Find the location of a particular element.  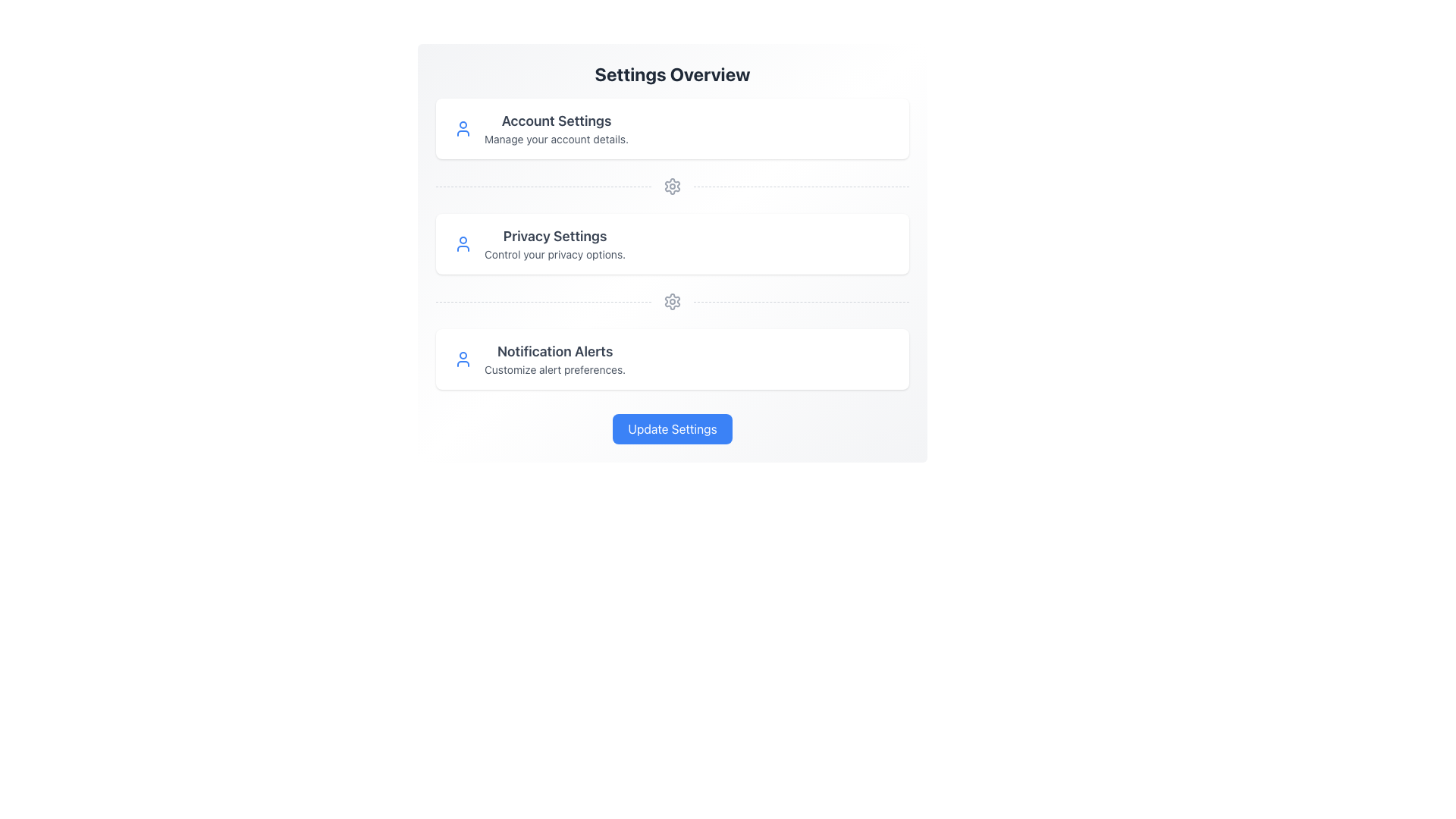

the 'Update Settings' button, which is a rectangular button with rounded corners, blue background, and bold white text, to observe potential styling changes is located at coordinates (672, 429).